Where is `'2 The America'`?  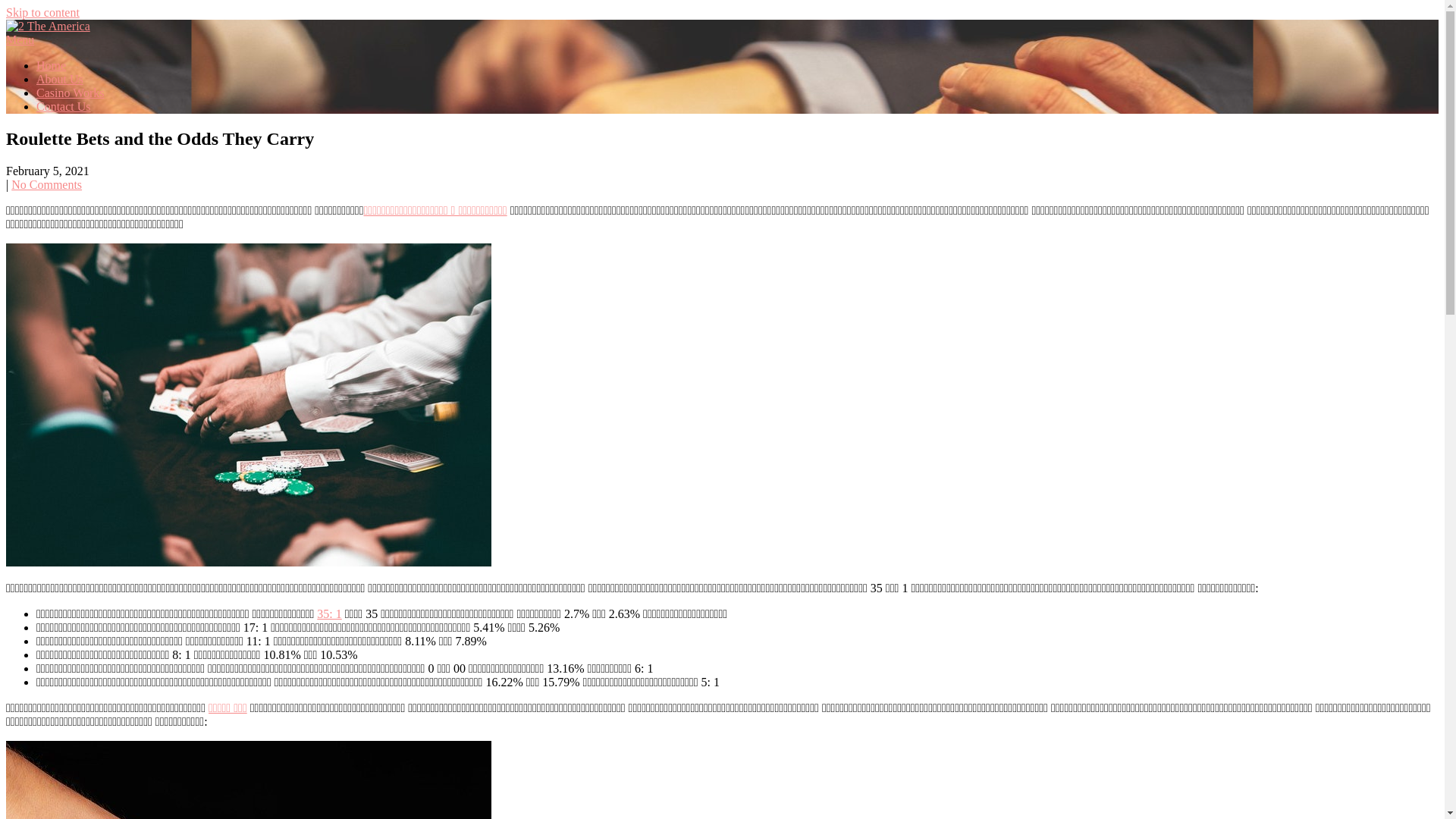
'2 The America' is located at coordinates (81, 62).